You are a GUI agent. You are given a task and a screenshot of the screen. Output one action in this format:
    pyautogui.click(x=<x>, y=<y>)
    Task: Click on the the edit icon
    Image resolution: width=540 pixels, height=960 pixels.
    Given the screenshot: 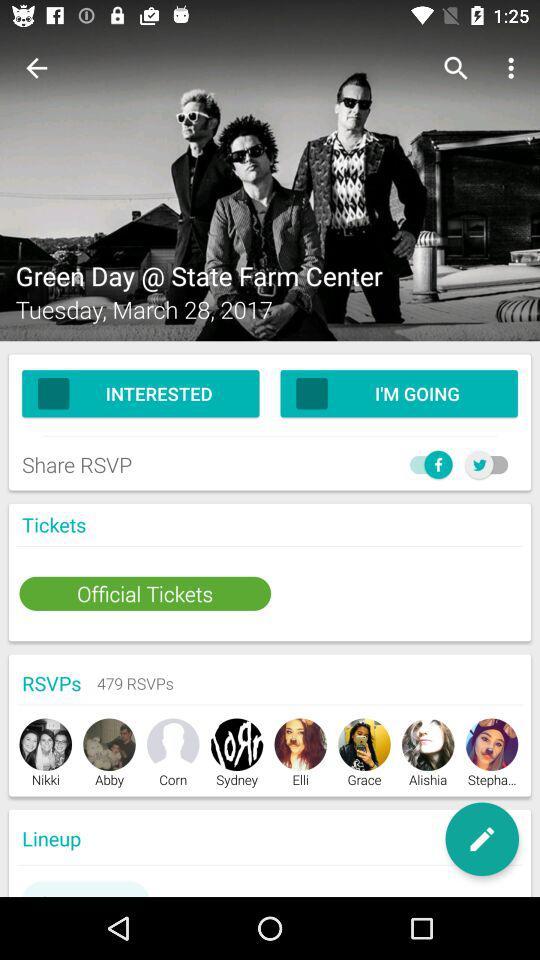 What is the action you would take?
    pyautogui.click(x=481, y=839)
    